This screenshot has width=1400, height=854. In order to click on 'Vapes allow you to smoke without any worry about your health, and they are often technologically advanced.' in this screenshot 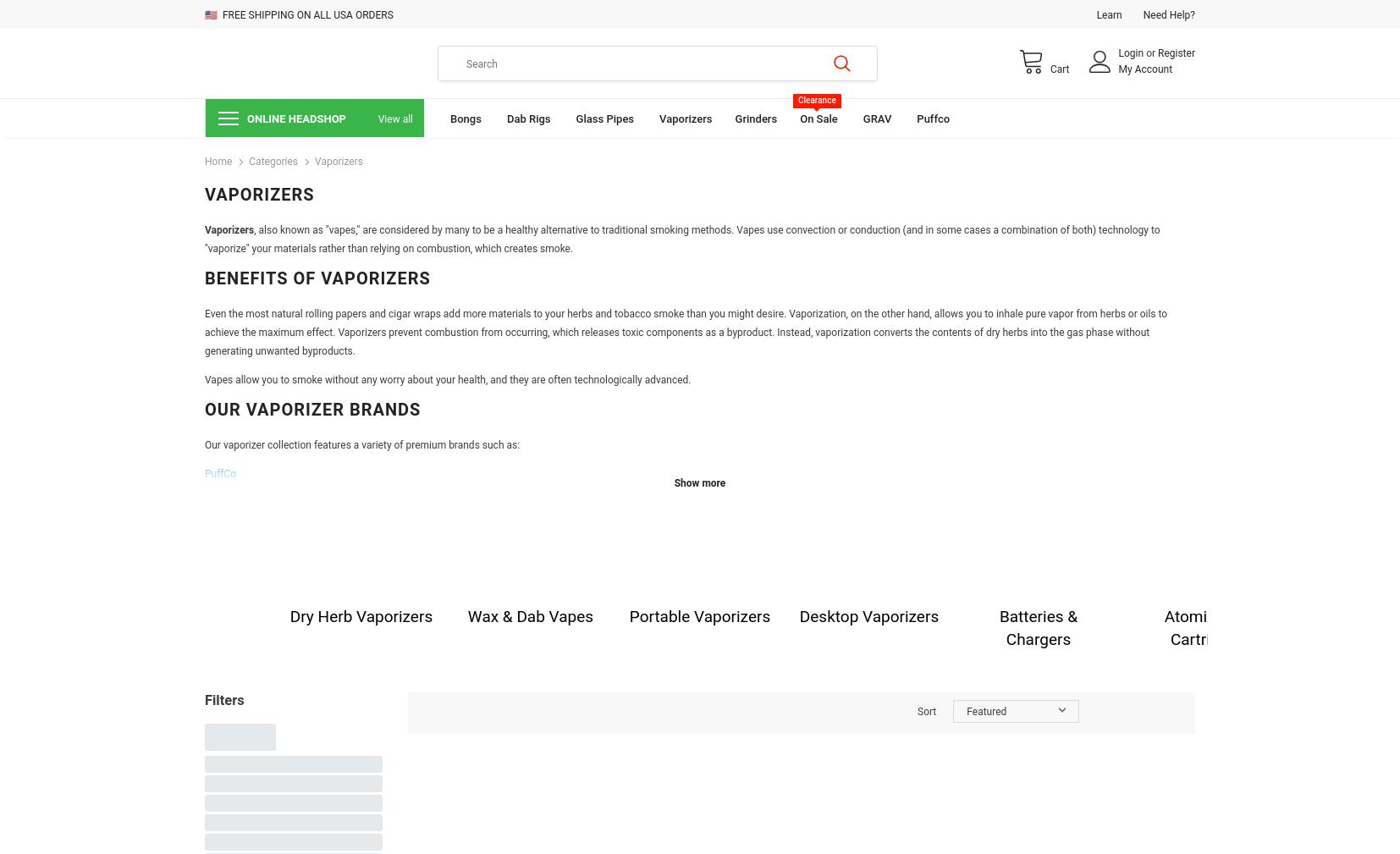, I will do `click(447, 379)`.